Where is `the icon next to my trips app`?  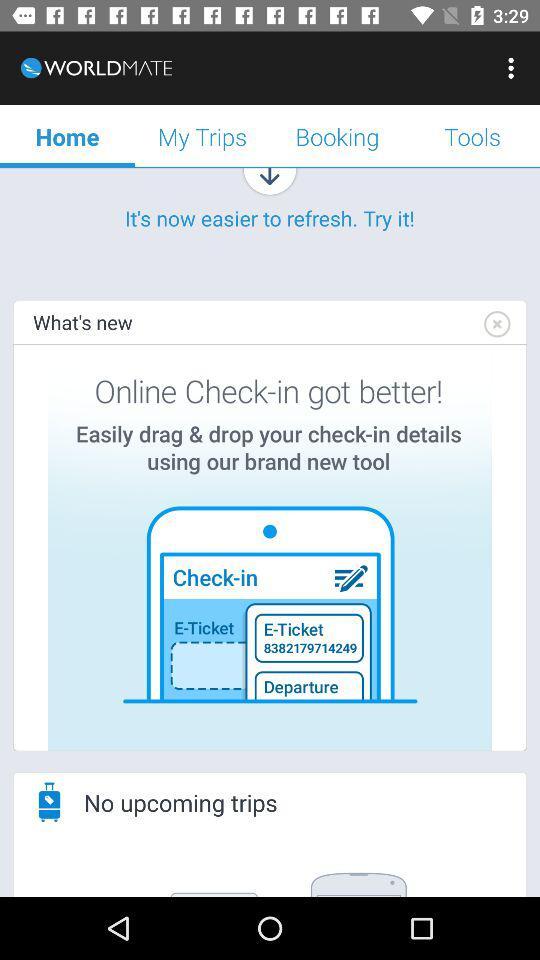 the icon next to my trips app is located at coordinates (337, 135).